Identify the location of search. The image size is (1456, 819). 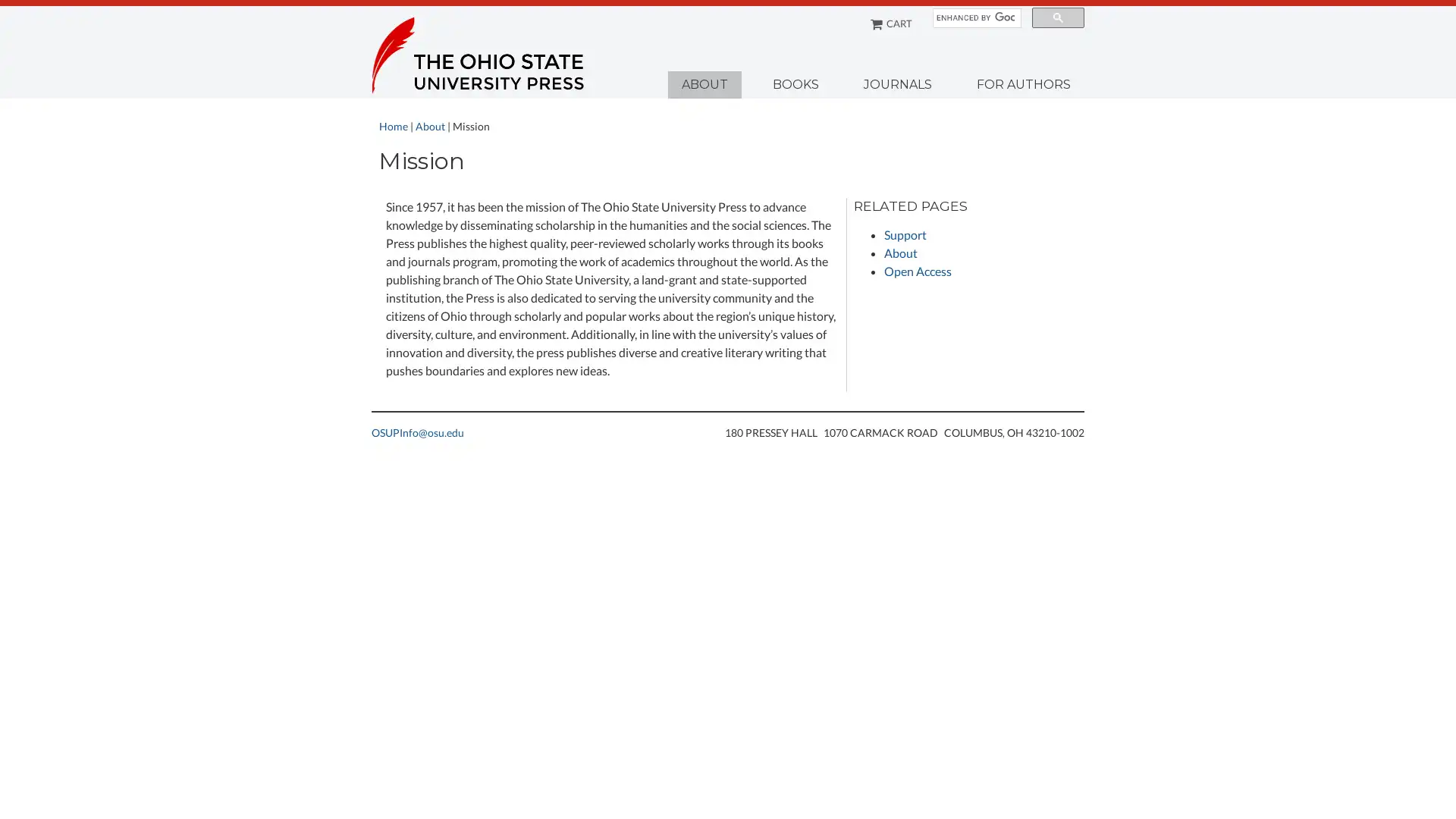
(1057, 17).